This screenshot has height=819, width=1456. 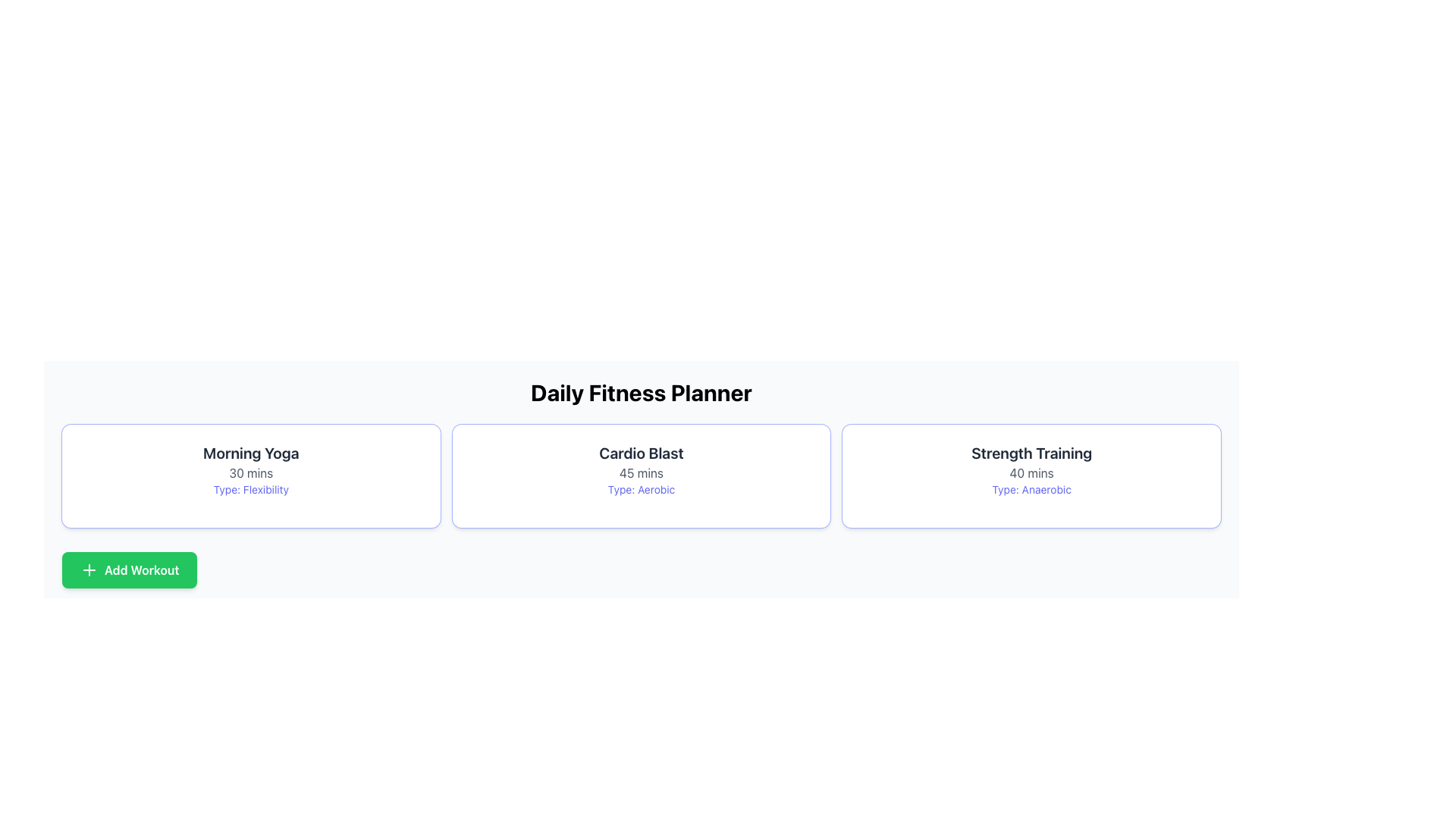 I want to click on text label displaying 'Type: Anaerobic', located directly below the '40 mins' text within the 'Strength Training' section, so click(x=1031, y=489).